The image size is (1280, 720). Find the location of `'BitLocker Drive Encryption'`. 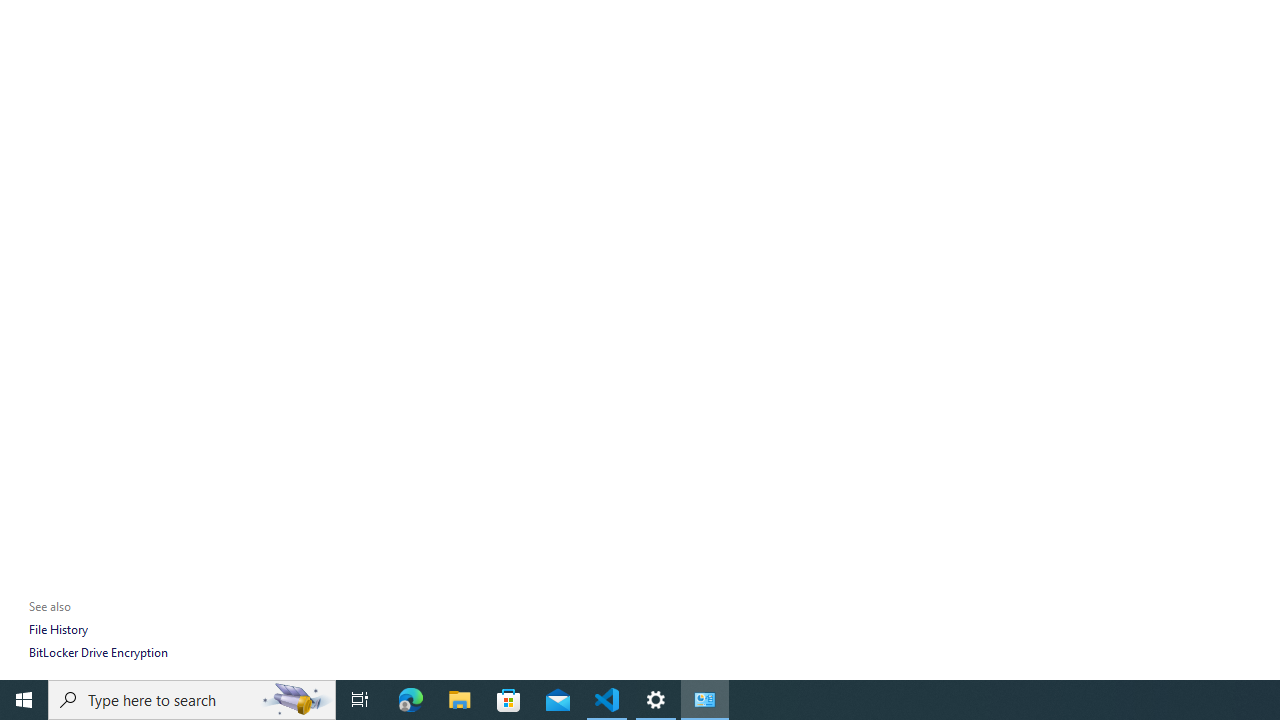

'BitLocker Drive Encryption' is located at coordinates (97, 652).